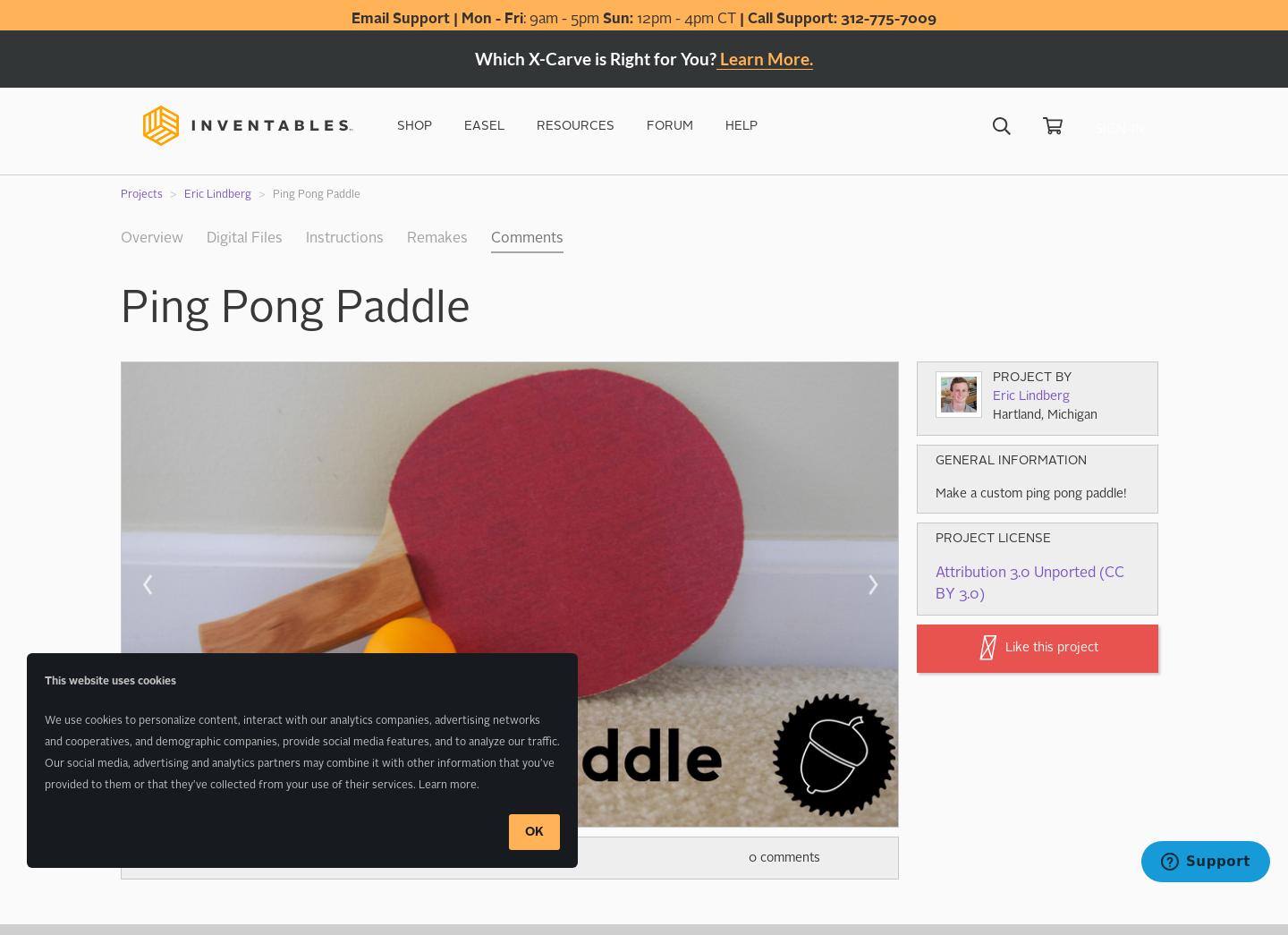  I want to click on 'Projects', so click(140, 194).